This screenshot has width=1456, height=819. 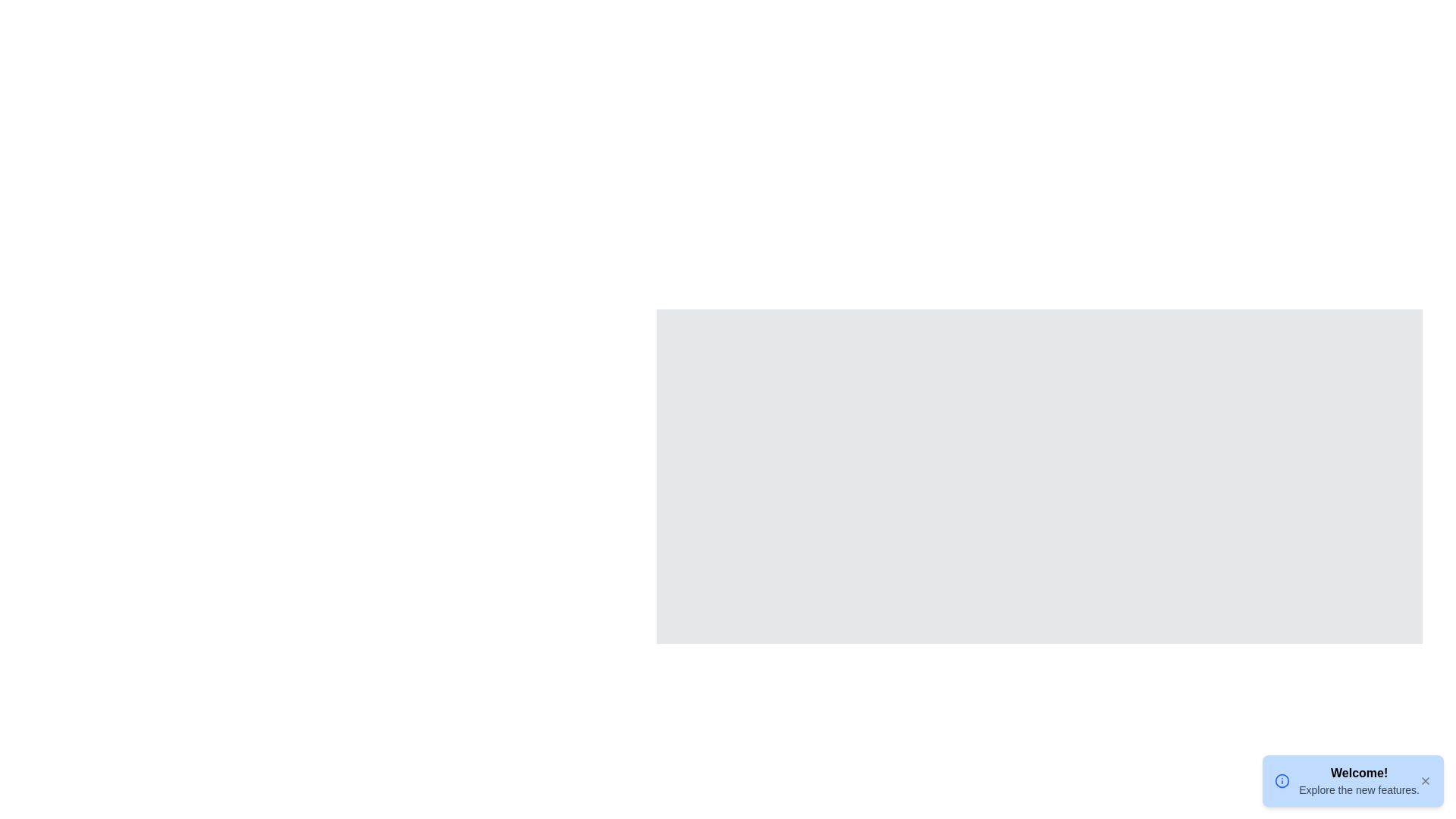 I want to click on the close button located at the top-right corner of the notification box, so click(x=1425, y=780).